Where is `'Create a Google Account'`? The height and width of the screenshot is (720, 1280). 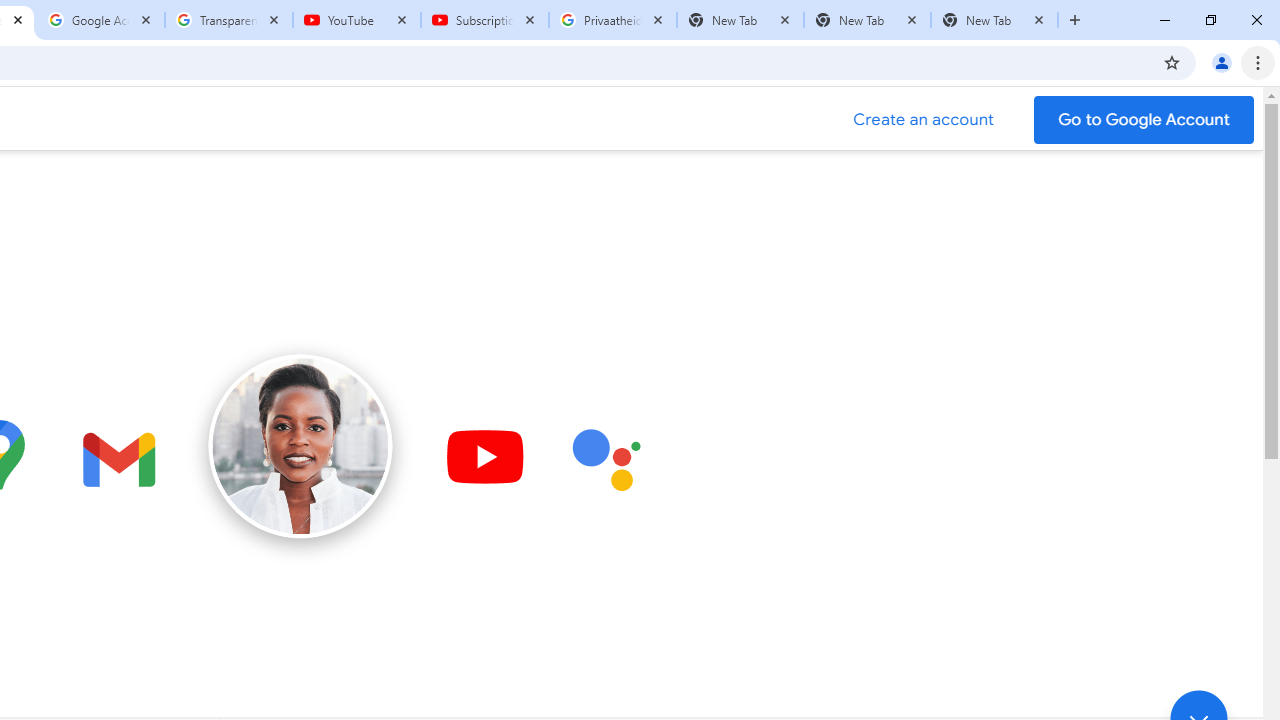
'Create a Google Account' is located at coordinates (923, 119).